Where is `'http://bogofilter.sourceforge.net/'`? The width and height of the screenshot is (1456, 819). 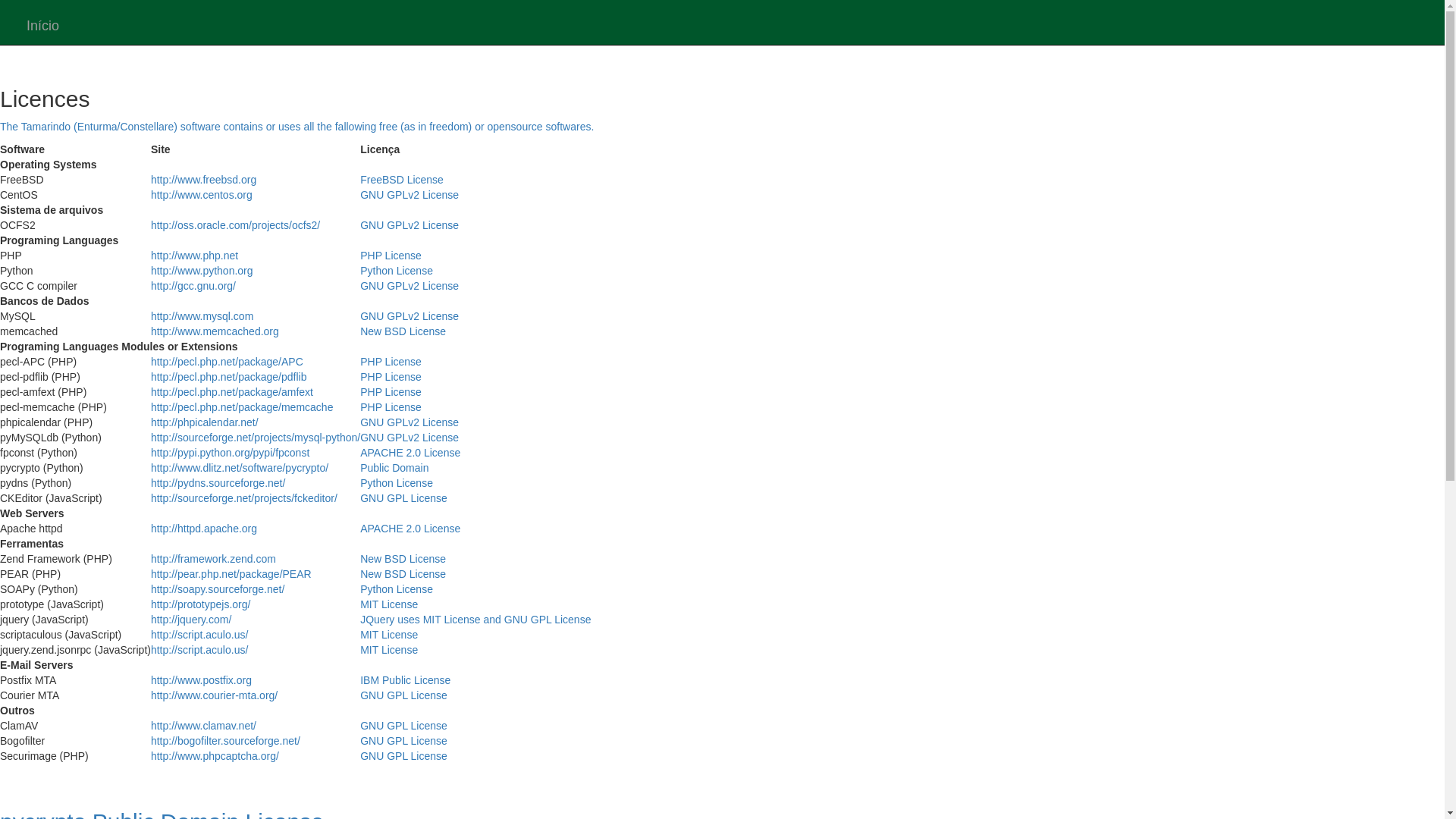 'http://bogofilter.sourceforge.net/' is located at coordinates (224, 739).